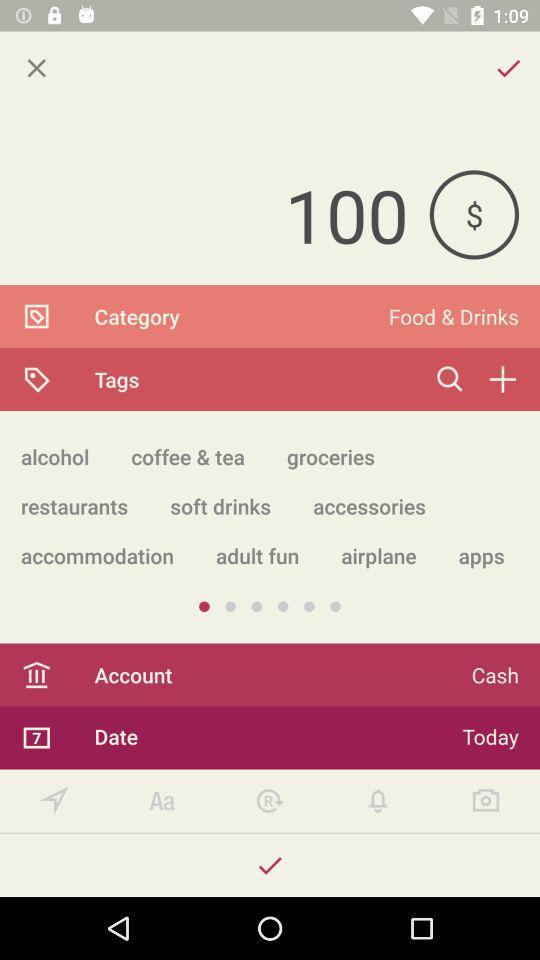  Describe the element at coordinates (55, 456) in the screenshot. I see `alcohol app` at that location.